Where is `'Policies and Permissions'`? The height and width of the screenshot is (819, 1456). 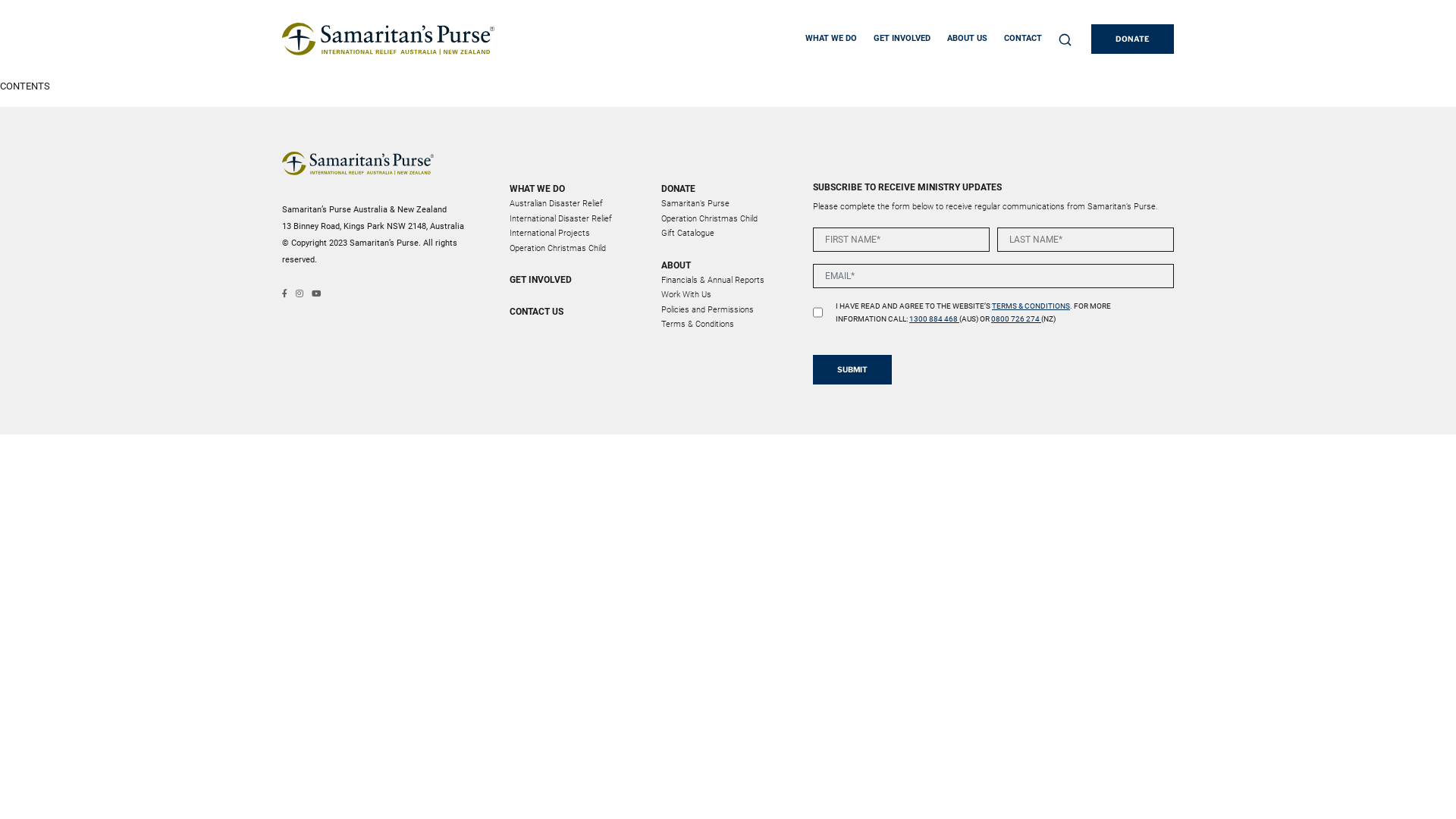
'Policies and Permissions' is located at coordinates (661, 309).